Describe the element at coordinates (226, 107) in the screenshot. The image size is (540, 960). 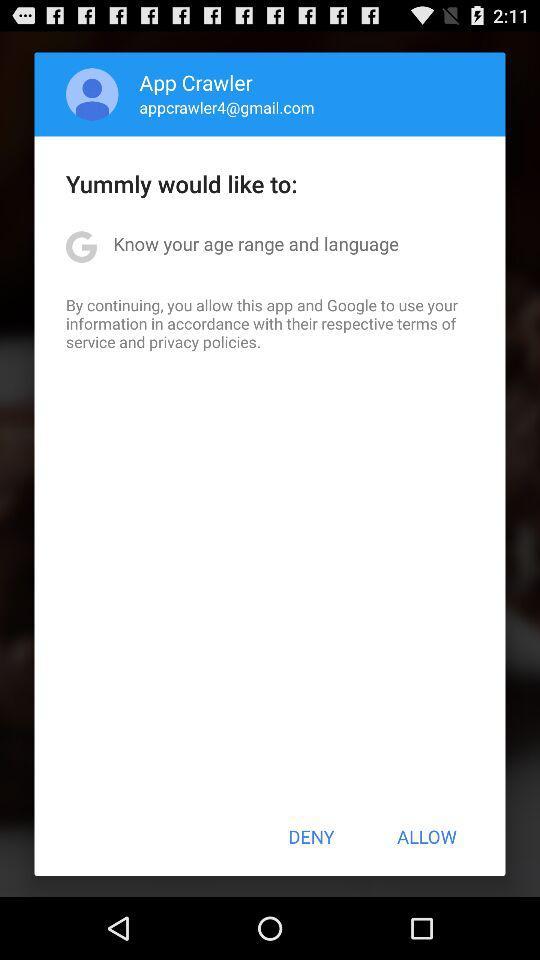
I see `the item above the yummly would like item` at that location.